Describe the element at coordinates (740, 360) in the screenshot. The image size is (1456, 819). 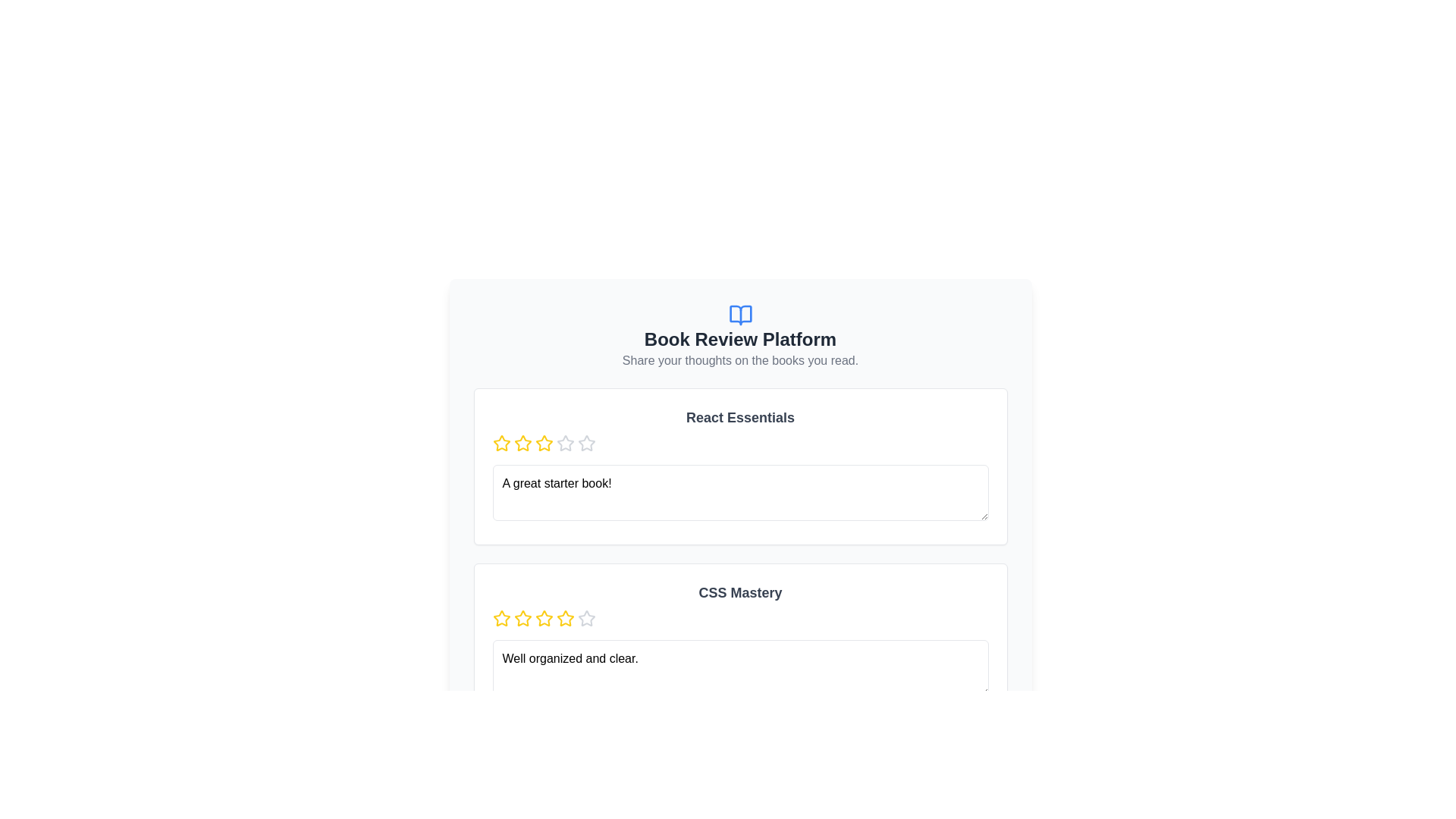
I see `the descriptive text label encouraging users to engage with the platform, located centrally below the title 'Book Review Platform' and above the book reviews section` at that location.